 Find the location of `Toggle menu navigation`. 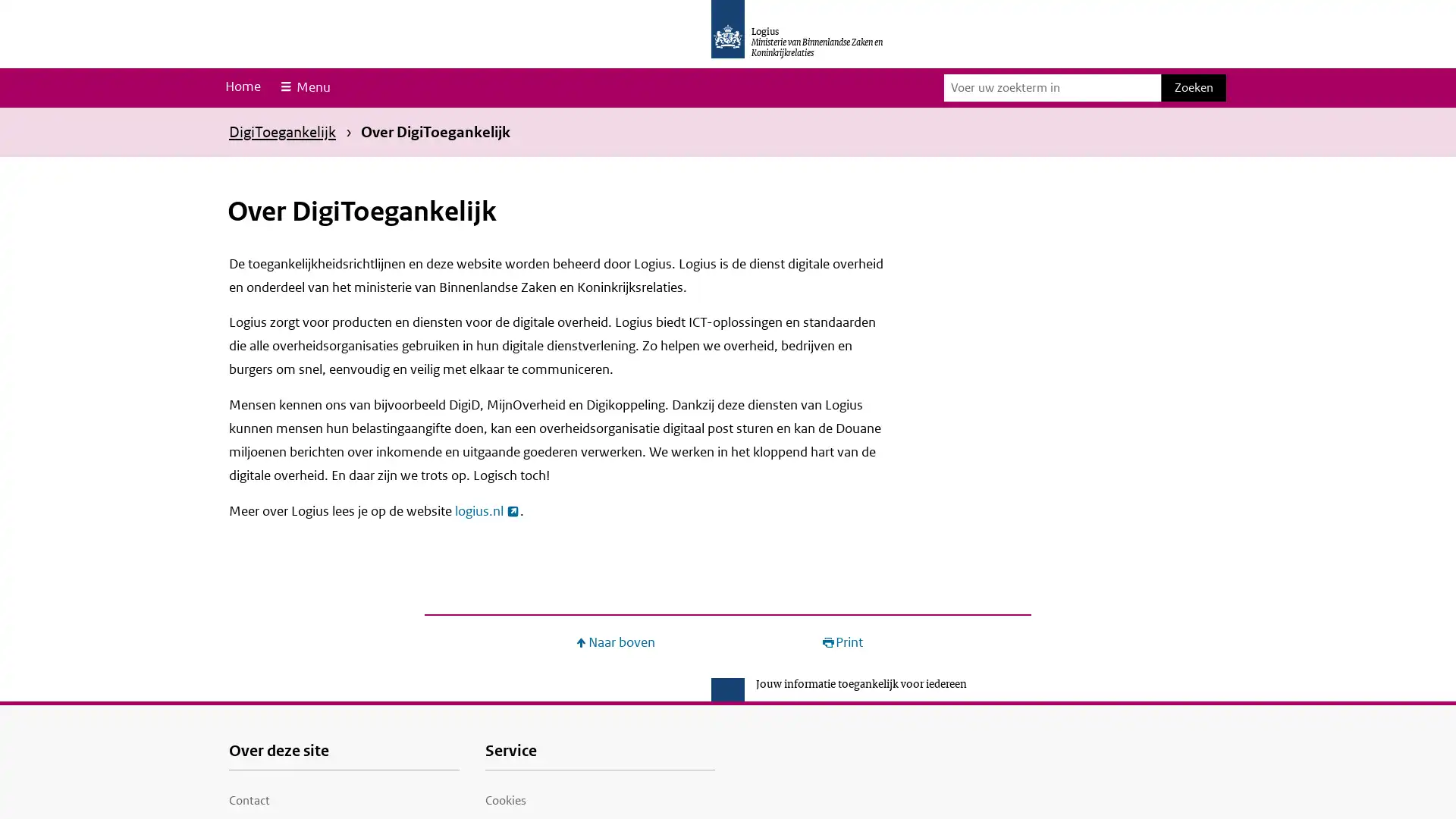

Toggle menu navigation is located at coordinates (303, 87).